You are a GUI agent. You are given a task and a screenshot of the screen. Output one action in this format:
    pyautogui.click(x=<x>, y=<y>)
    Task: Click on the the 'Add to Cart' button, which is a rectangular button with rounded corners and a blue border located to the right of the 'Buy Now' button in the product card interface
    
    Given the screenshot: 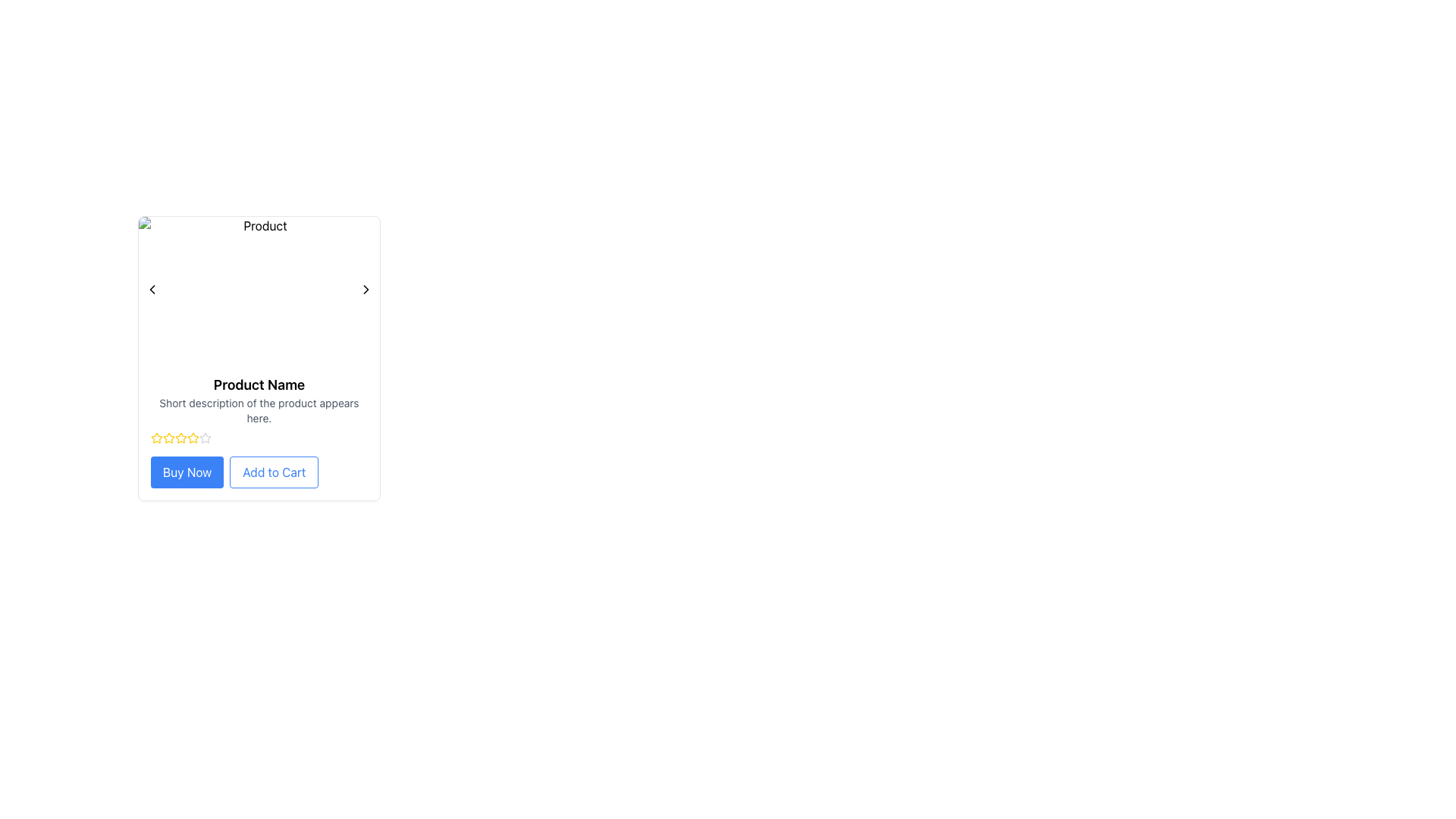 What is the action you would take?
    pyautogui.click(x=274, y=472)
    